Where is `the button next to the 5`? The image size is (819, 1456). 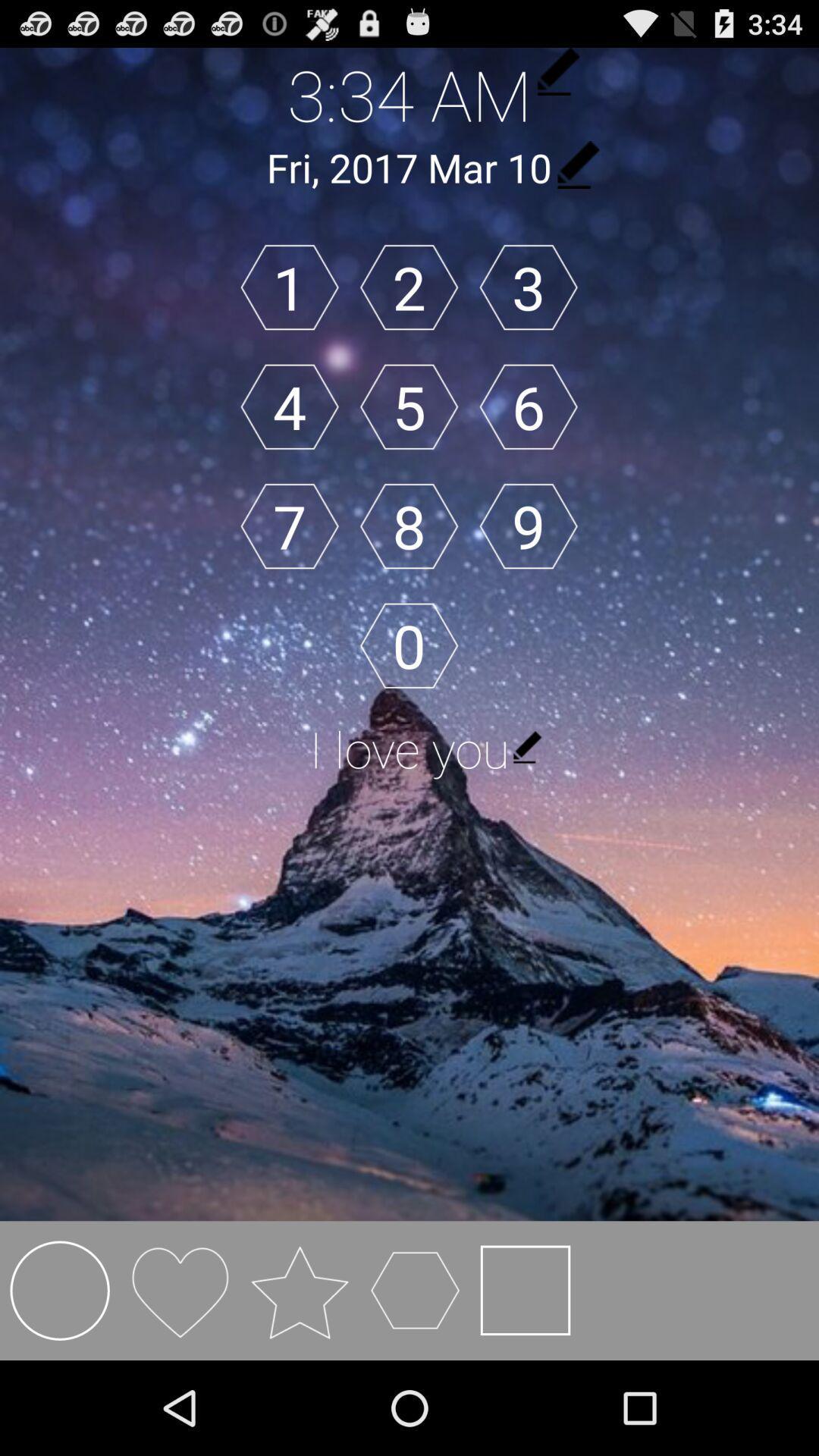 the button next to the 5 is located at coordinates (290, 406).